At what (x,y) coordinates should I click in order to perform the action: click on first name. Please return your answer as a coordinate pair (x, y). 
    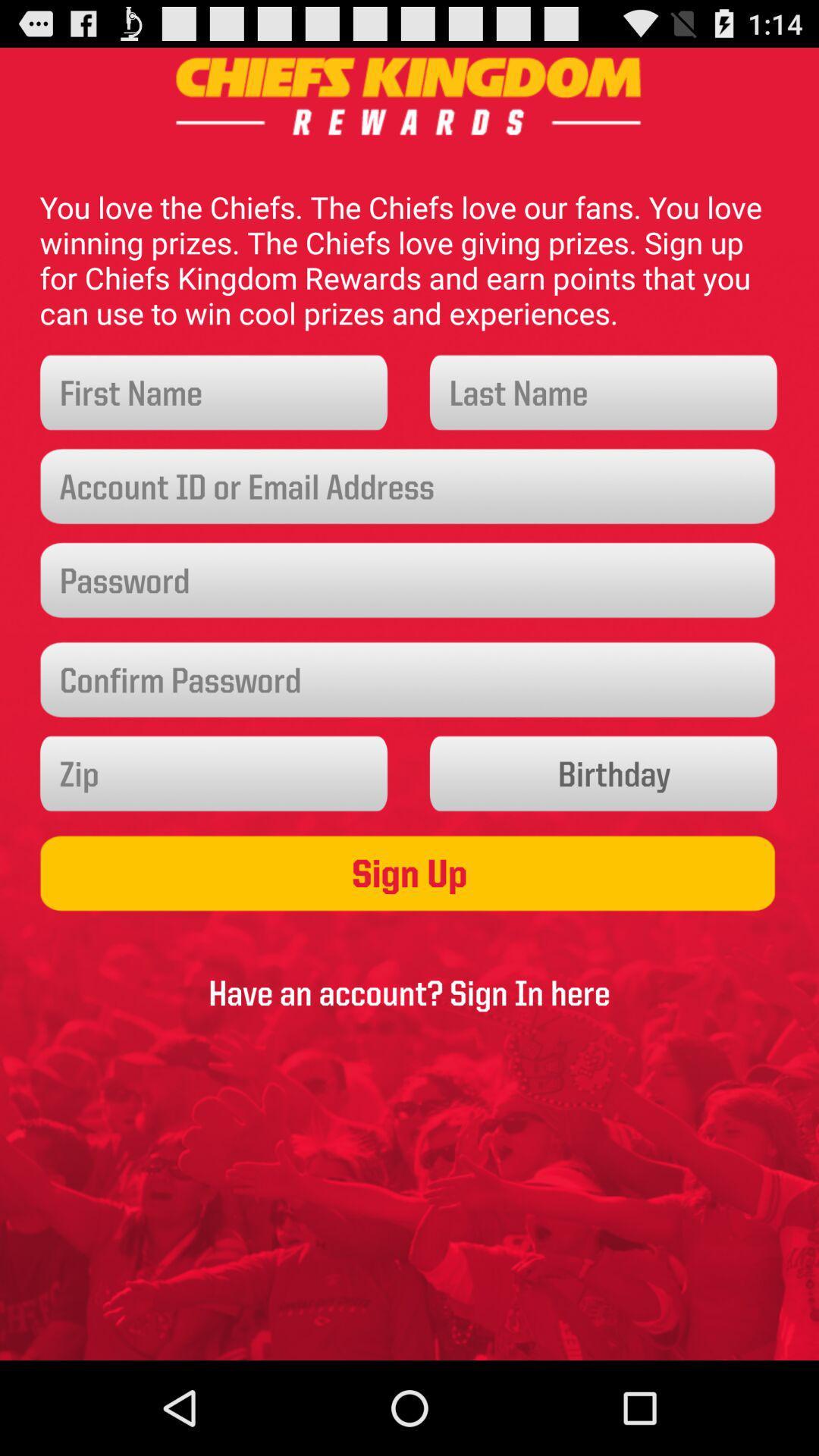
    Looking at the image, I should click on (215, 393).